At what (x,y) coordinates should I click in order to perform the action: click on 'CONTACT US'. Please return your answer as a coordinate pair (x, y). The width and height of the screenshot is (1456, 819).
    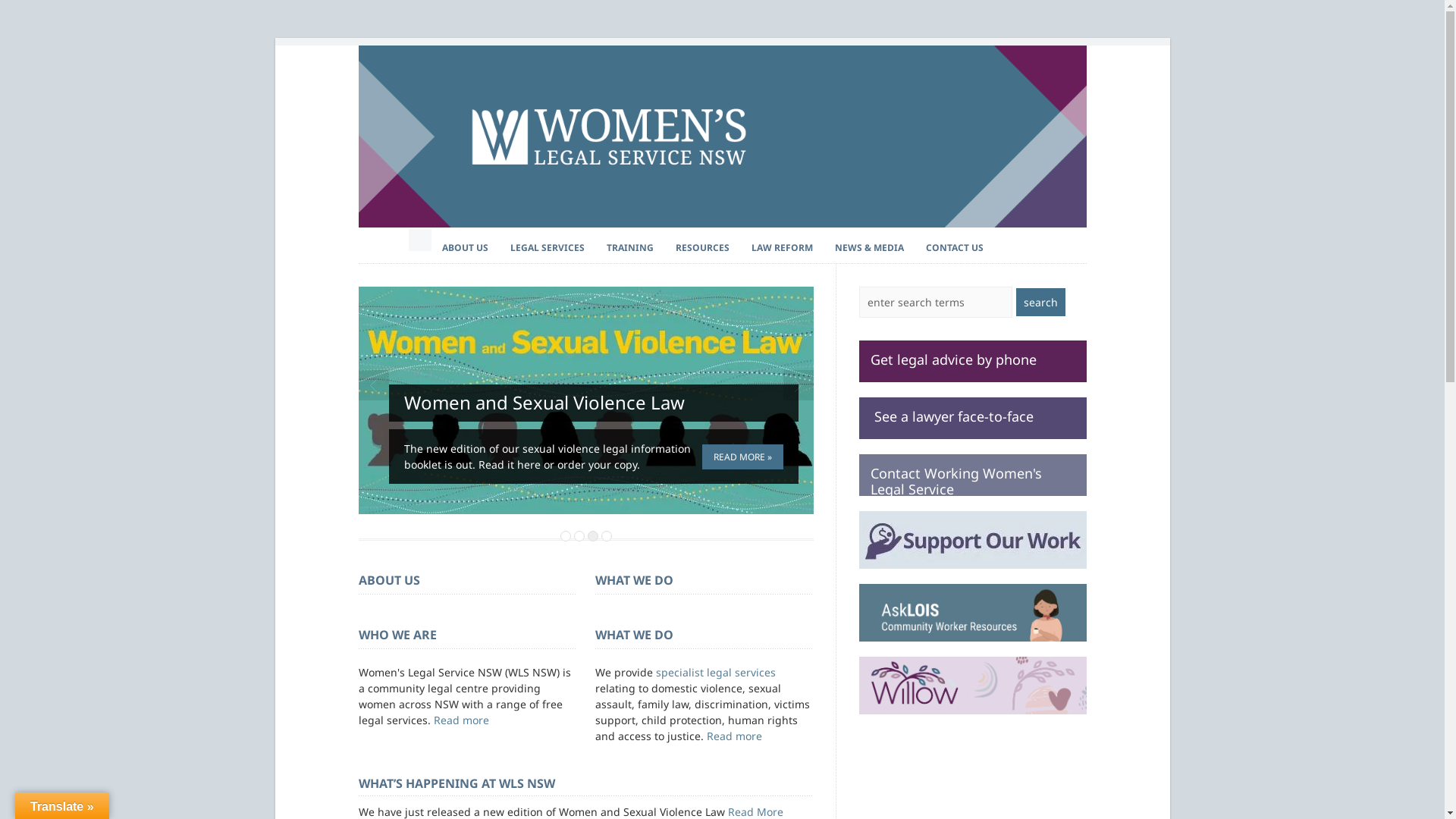
    Looking at the image, I should click on (913, 247).